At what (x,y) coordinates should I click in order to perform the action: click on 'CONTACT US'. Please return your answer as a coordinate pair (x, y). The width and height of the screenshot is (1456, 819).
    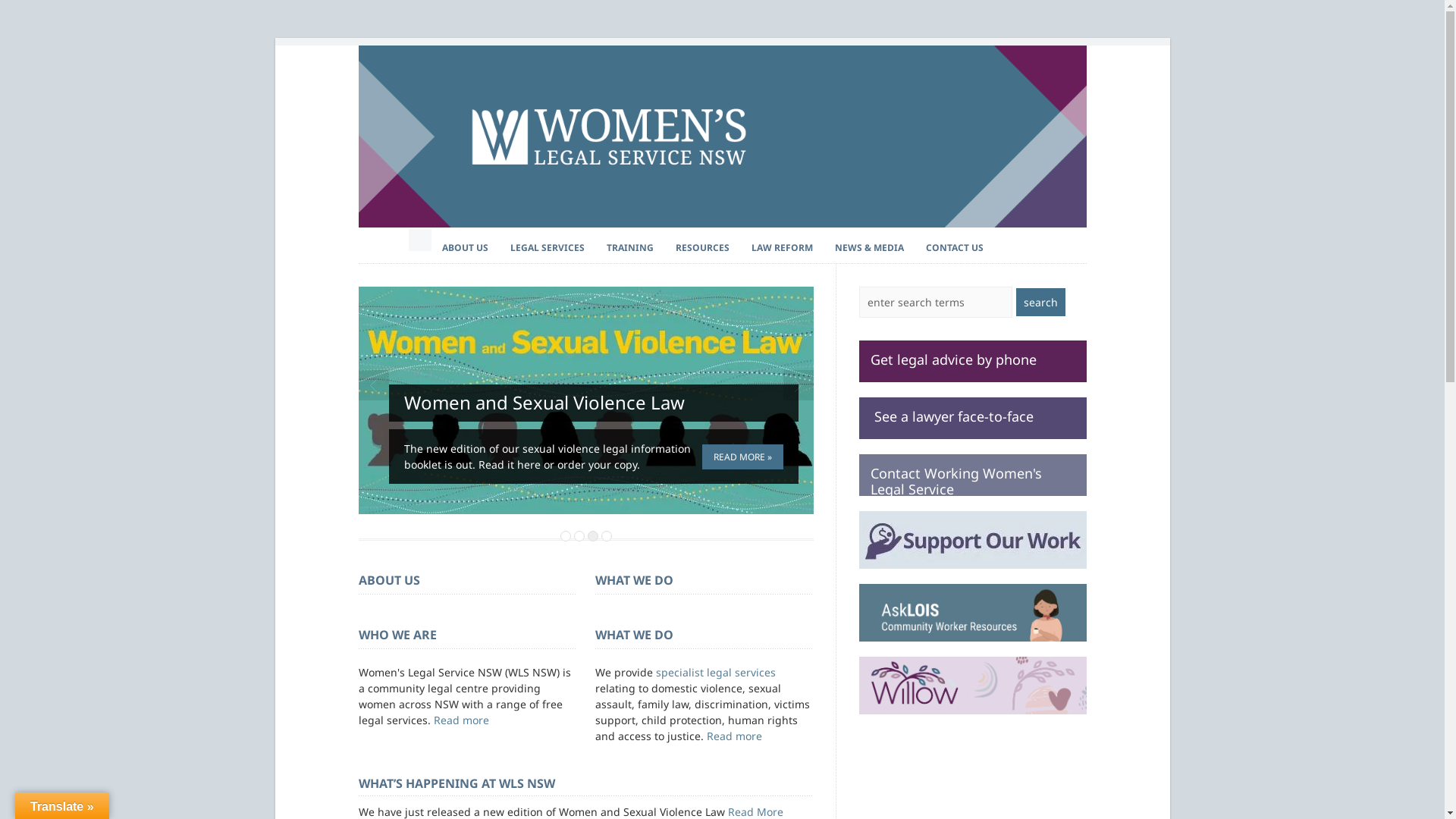
    Looking at the image, I should click on (913, 247).